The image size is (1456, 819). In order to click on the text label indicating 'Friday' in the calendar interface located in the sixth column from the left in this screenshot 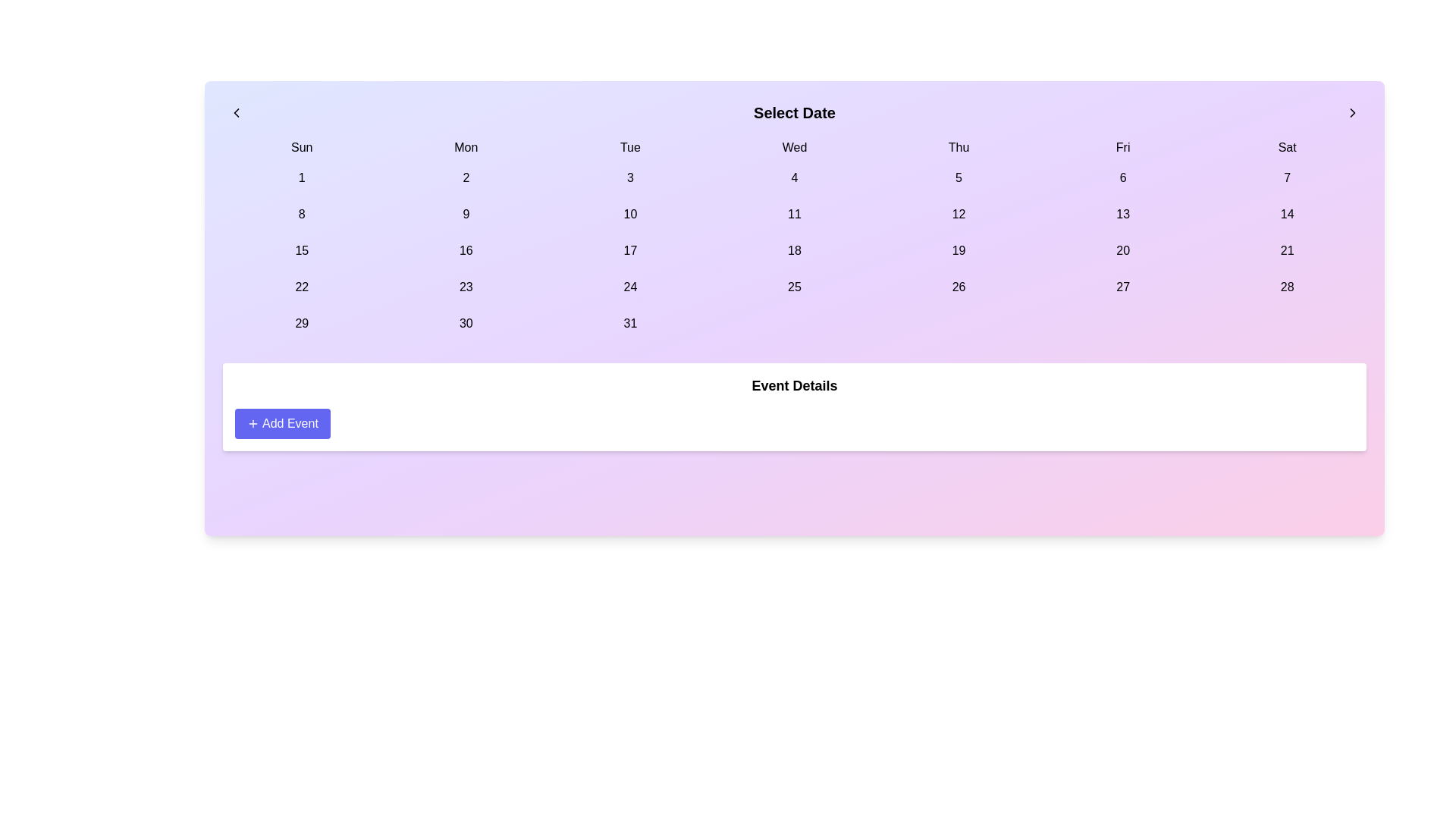, I will do `click(1123, 148)`.